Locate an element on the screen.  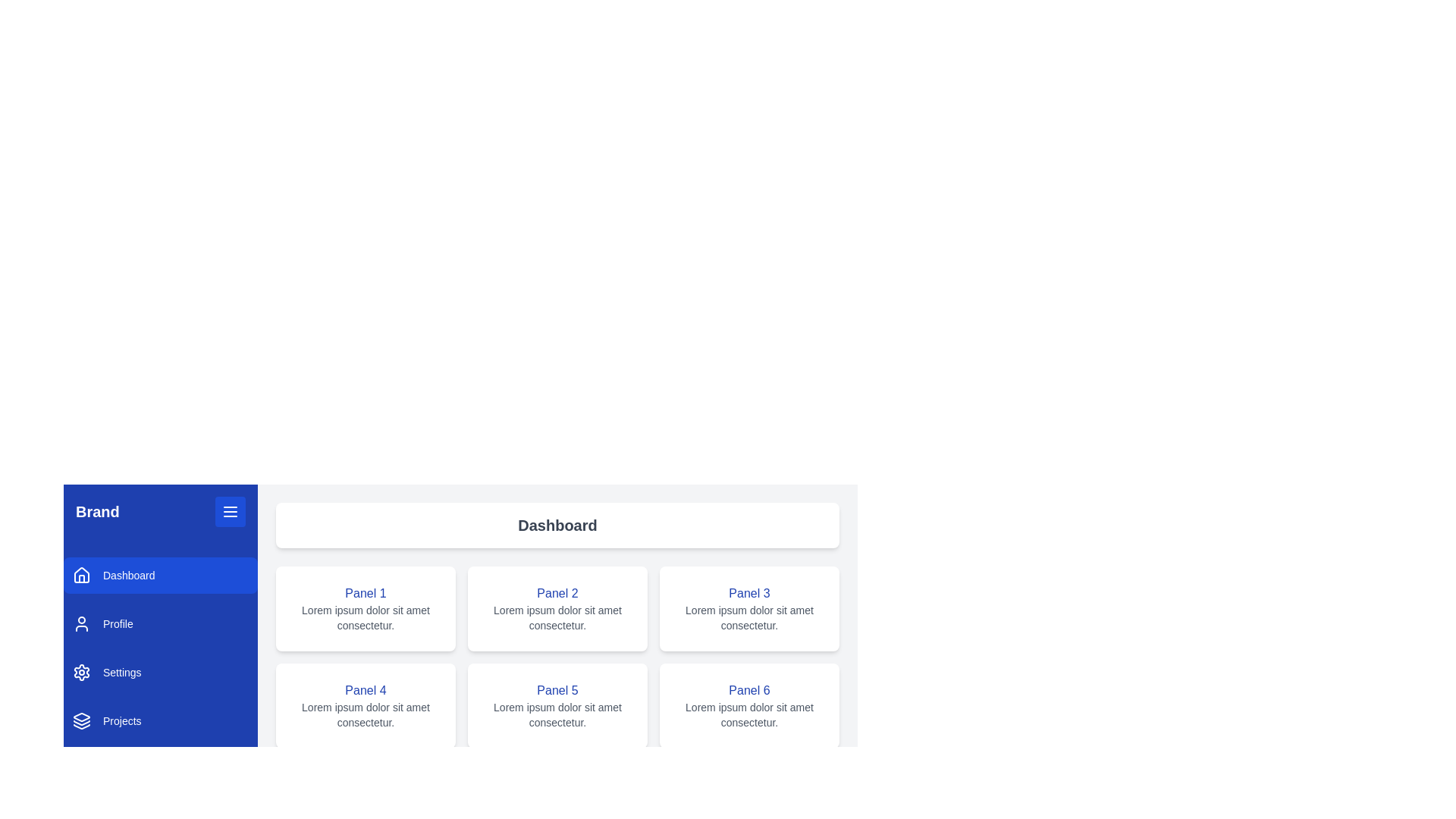
or read the text label 'Brand' which is styled in bold and large font on a blue background, located at the top-left section of the sidebar is located at coordinates (96, 512).